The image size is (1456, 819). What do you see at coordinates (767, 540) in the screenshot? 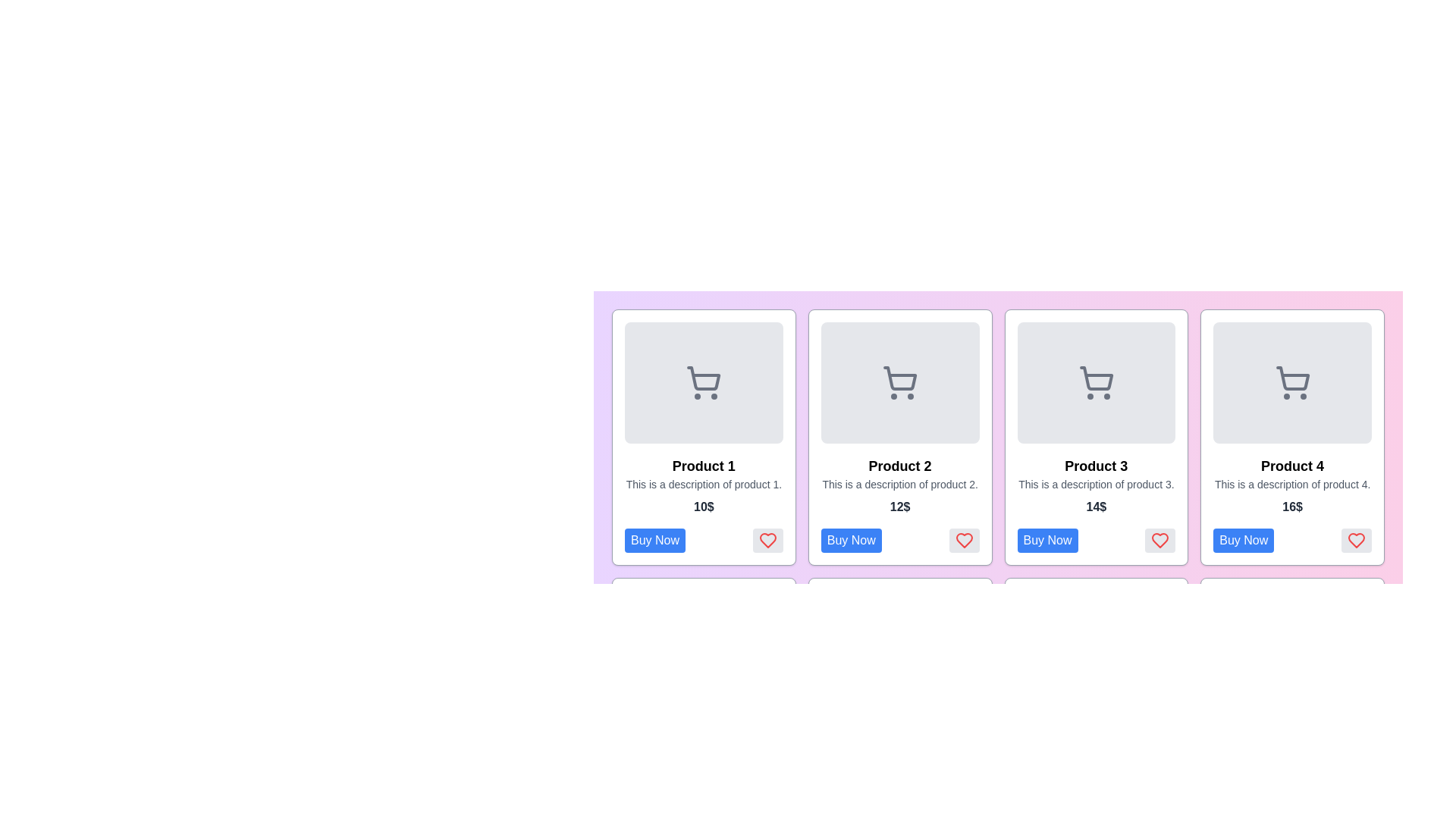
I see `the gray button with a red heart icon located at the bottom-right corner of the 'Product 1' card for extended interaction` at bounding box center [767, 540].